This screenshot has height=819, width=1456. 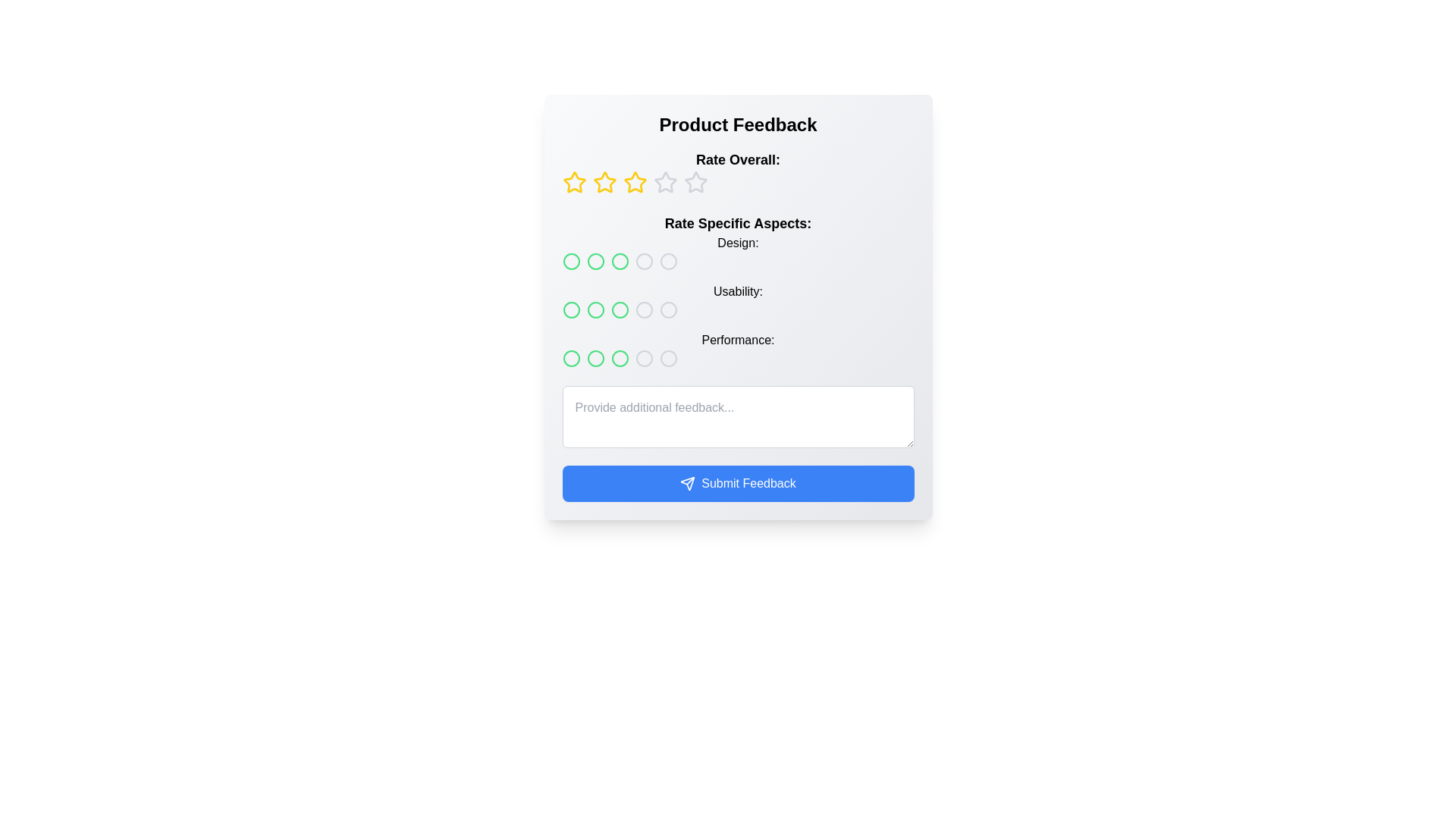 I want to click on the second interactive circle in the 'Rate Specific Aspects: Design' row, so click(x=620, y=260).